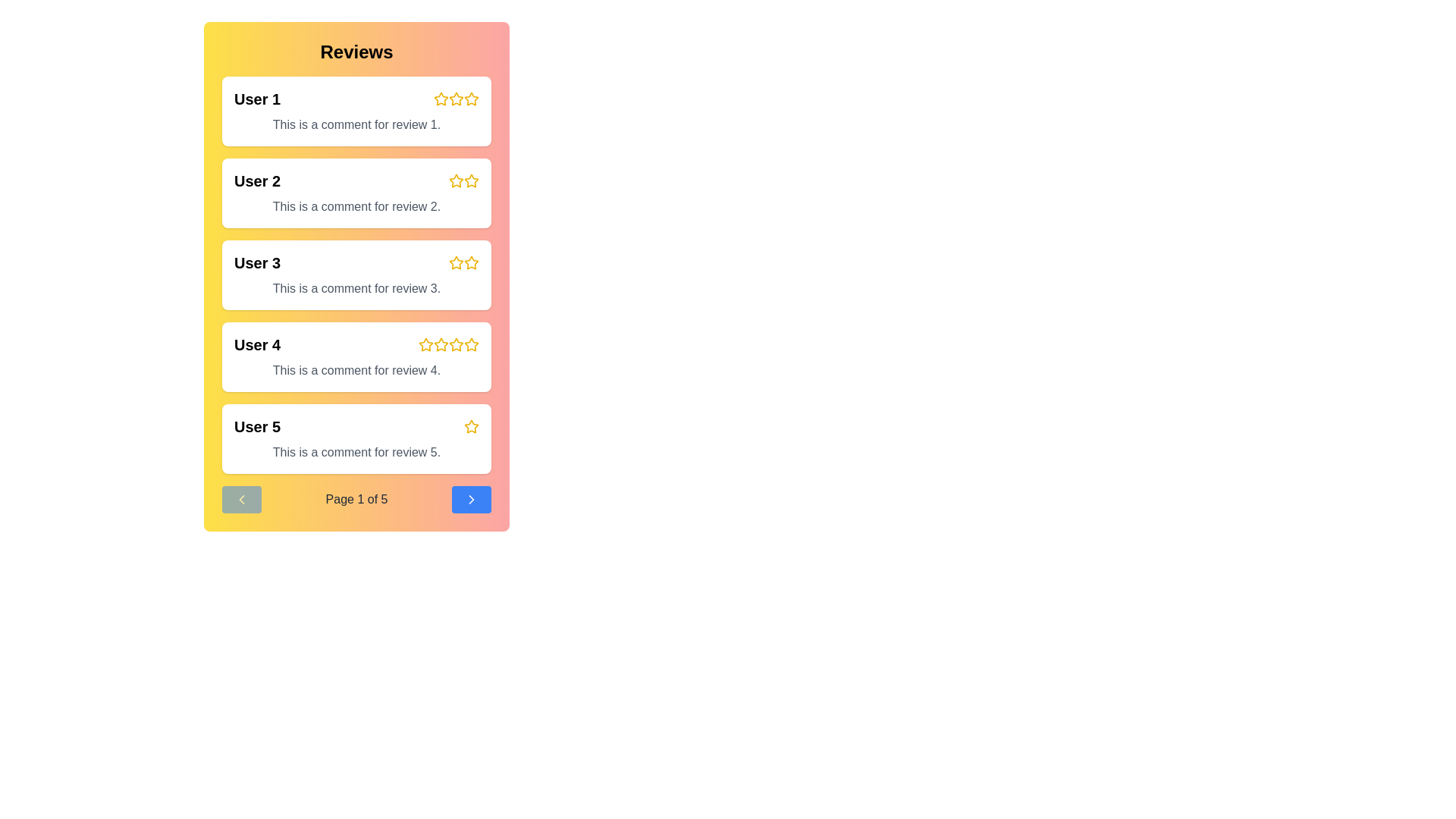 The height and width of the screenshot is (819, 1456). I want to click on the second star icon in the 5-star rating system located to the right of the comment by 'User 2' to provide a rating, so click(455, 180).